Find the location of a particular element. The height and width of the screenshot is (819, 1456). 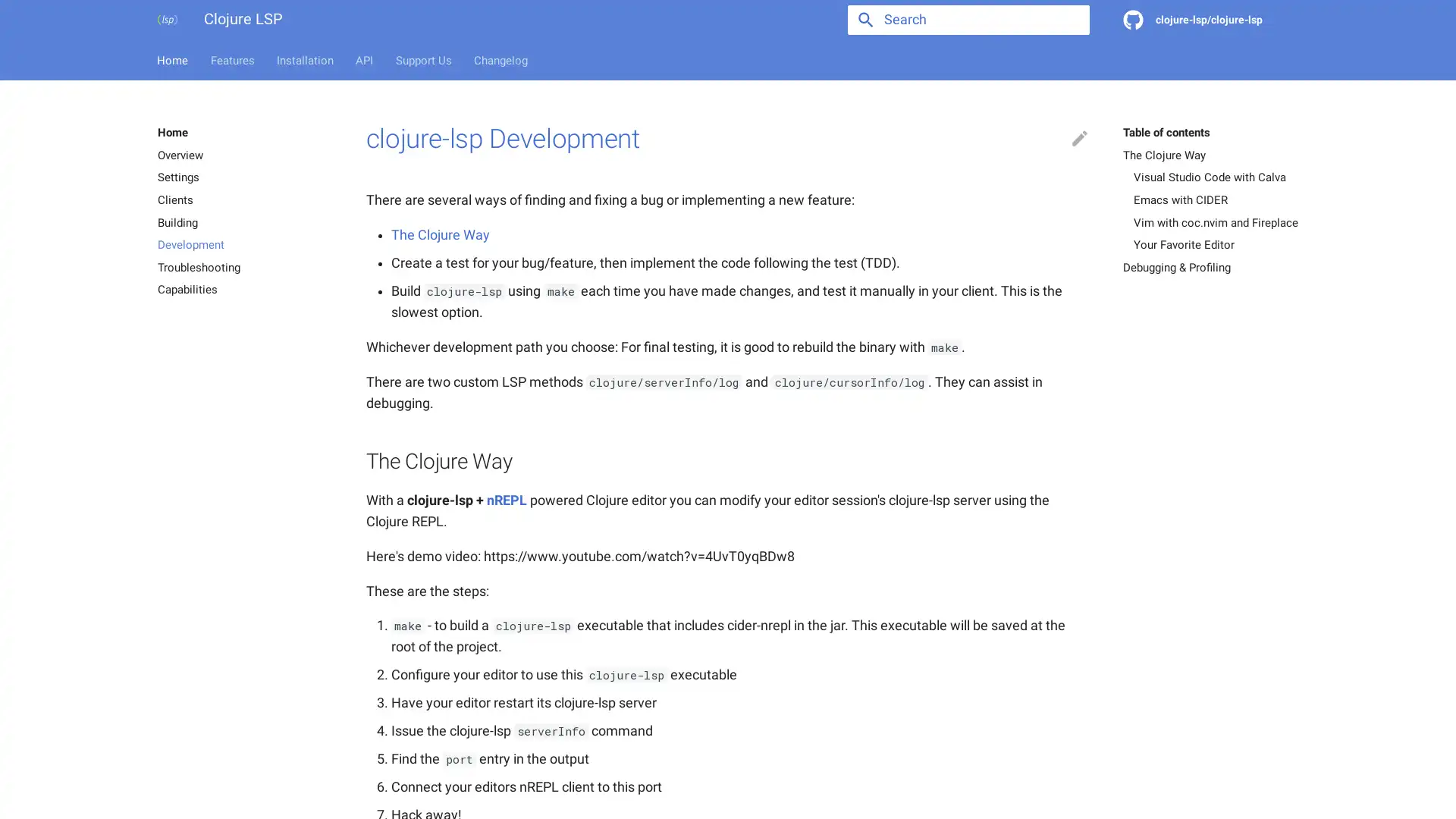

Clear is located at coordinates (1070, 20).